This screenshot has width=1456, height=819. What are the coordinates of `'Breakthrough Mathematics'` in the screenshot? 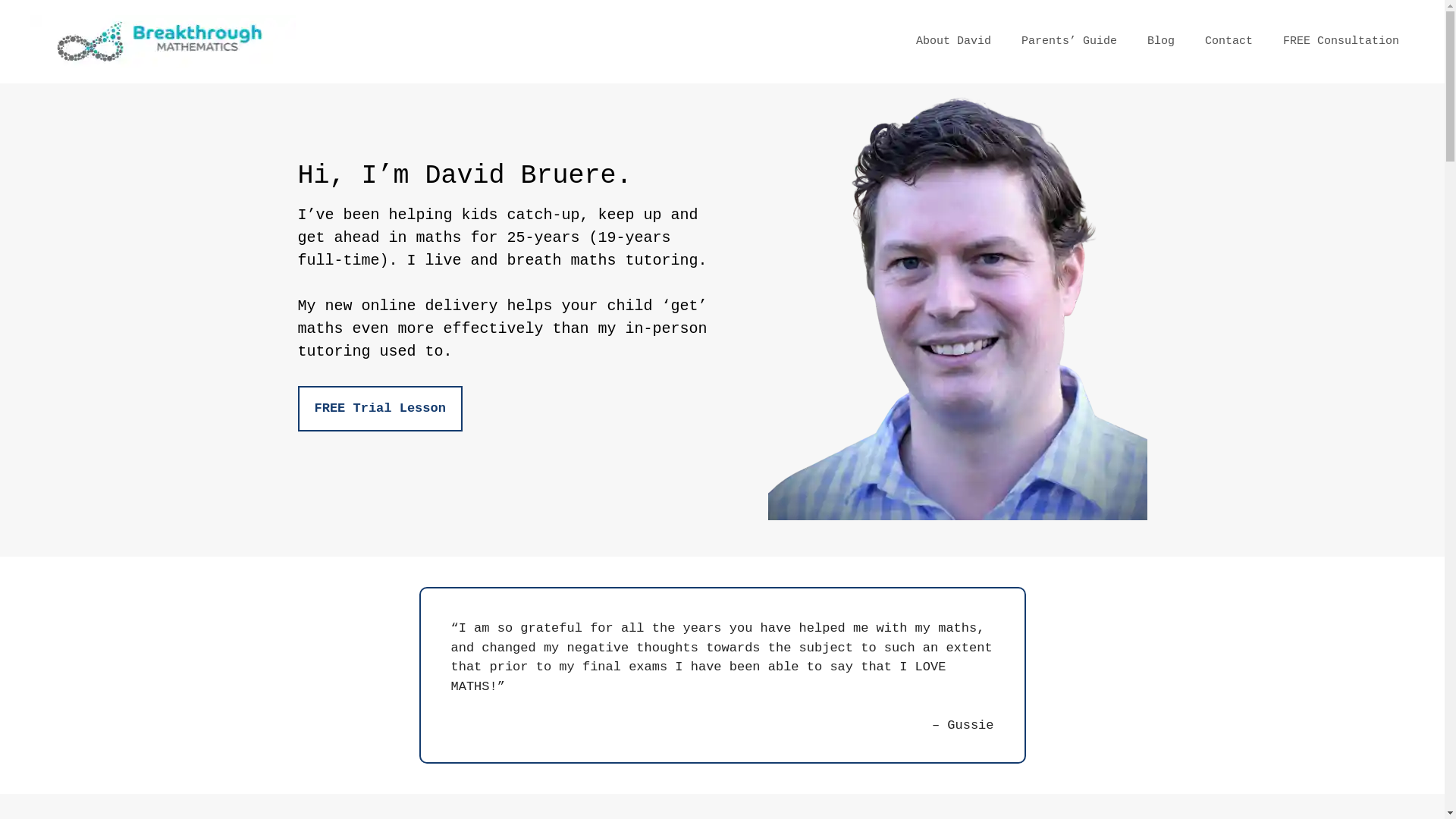 It's located at (163, 40).